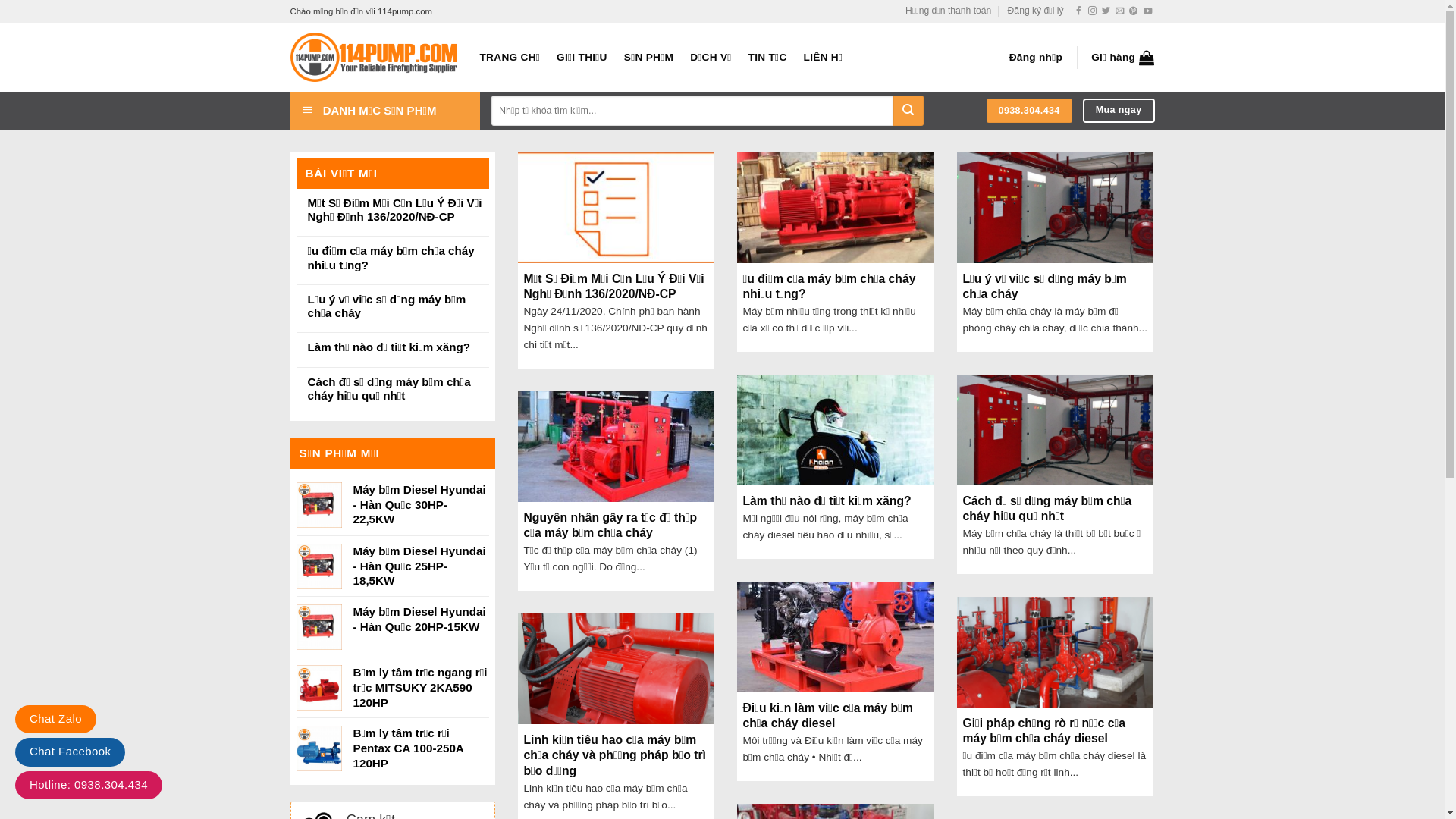 The height and width of the screenshot is (819, 1456). I want to click on 'Chat Zalo', so click(55, 718).